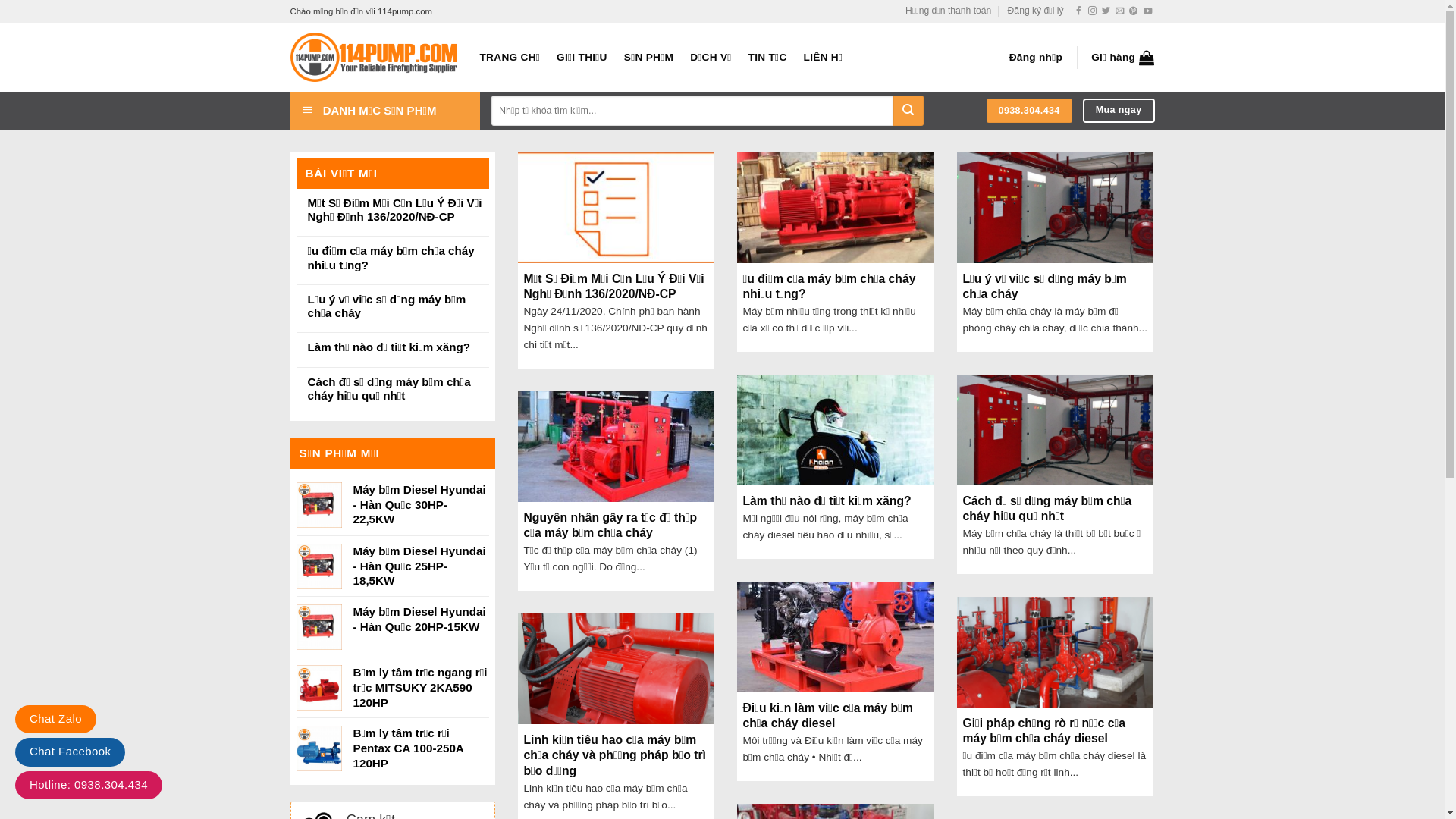 The height and width of the screenshot is (819, 1456). I want to click on 'Chat Zalo', so click(55, 718).